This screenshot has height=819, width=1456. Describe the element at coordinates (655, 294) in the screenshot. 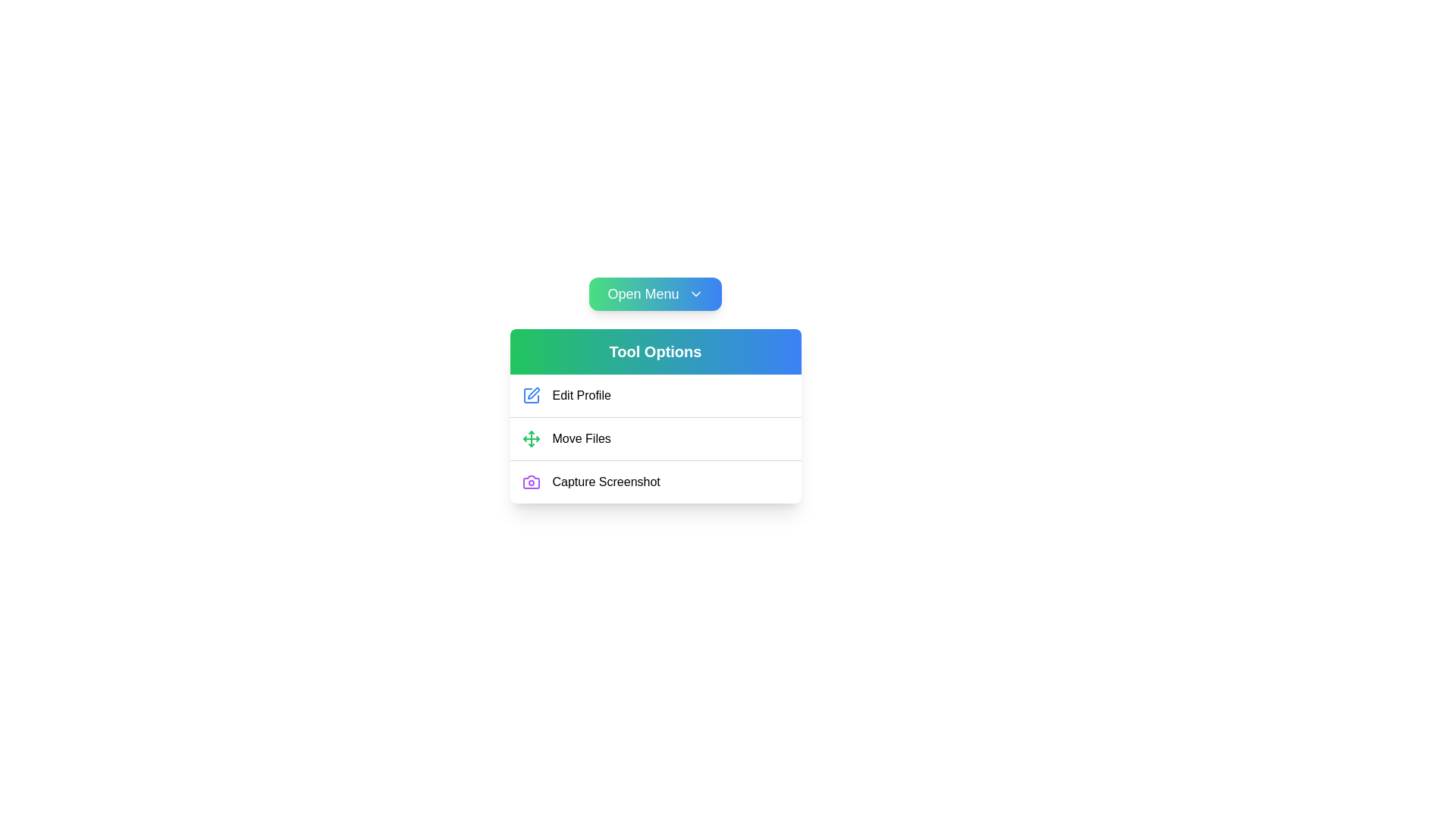

I see `the button located at the top of the vertical layout` at that location.